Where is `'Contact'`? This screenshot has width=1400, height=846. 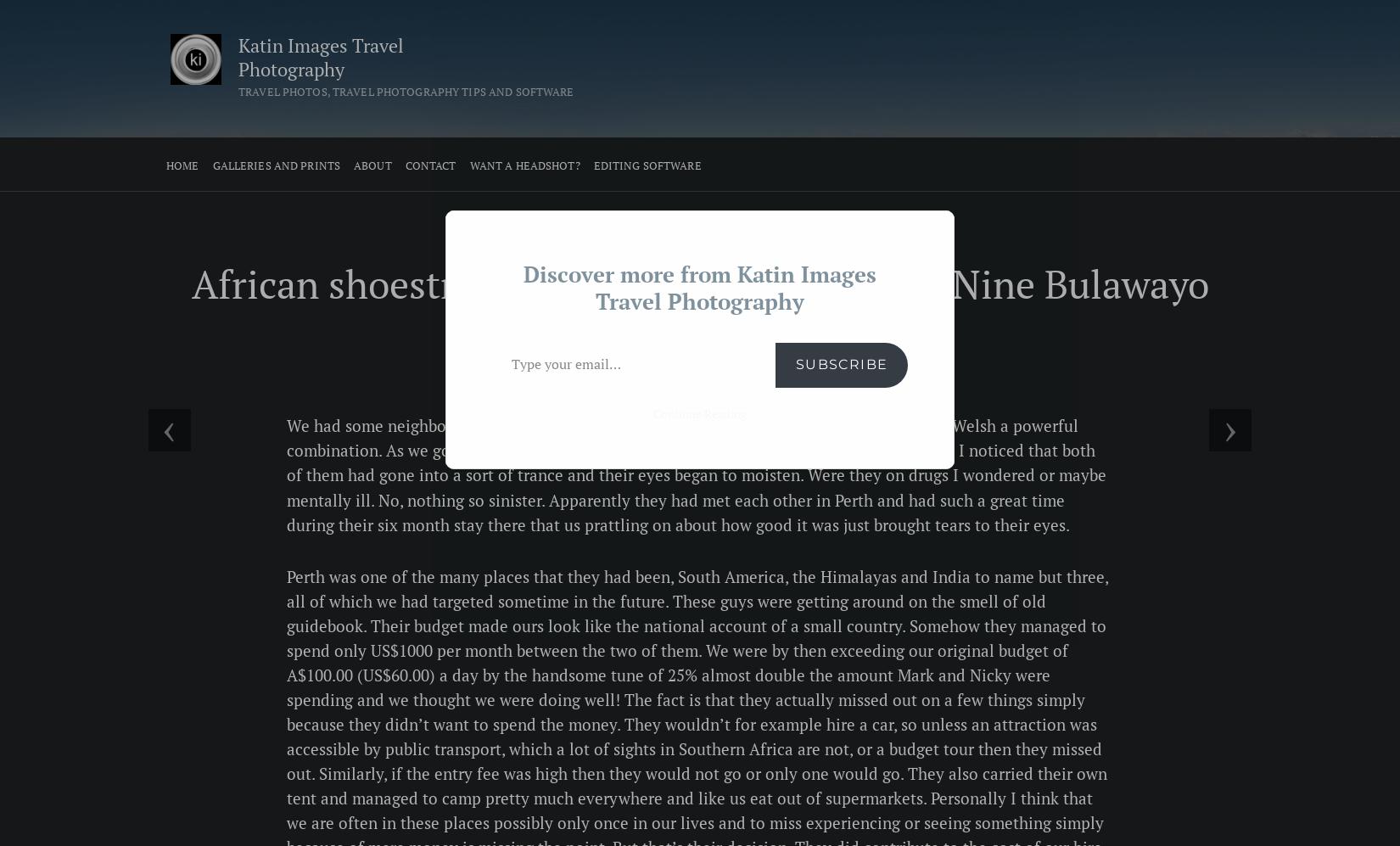 'Contact' is located at coordinates (429, 165).